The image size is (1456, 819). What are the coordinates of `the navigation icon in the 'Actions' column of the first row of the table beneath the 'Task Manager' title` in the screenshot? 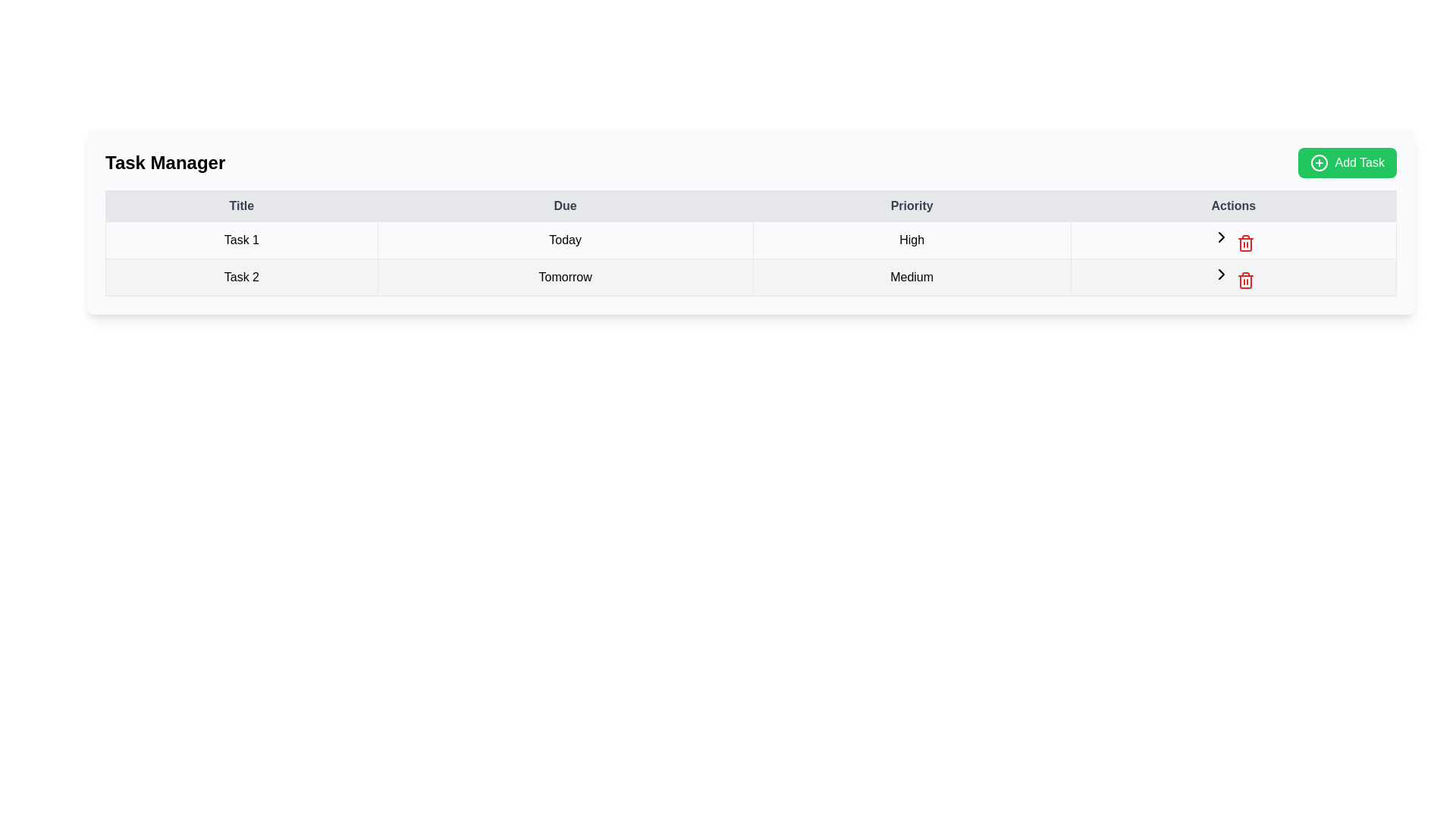 It's located at (1221, 237).